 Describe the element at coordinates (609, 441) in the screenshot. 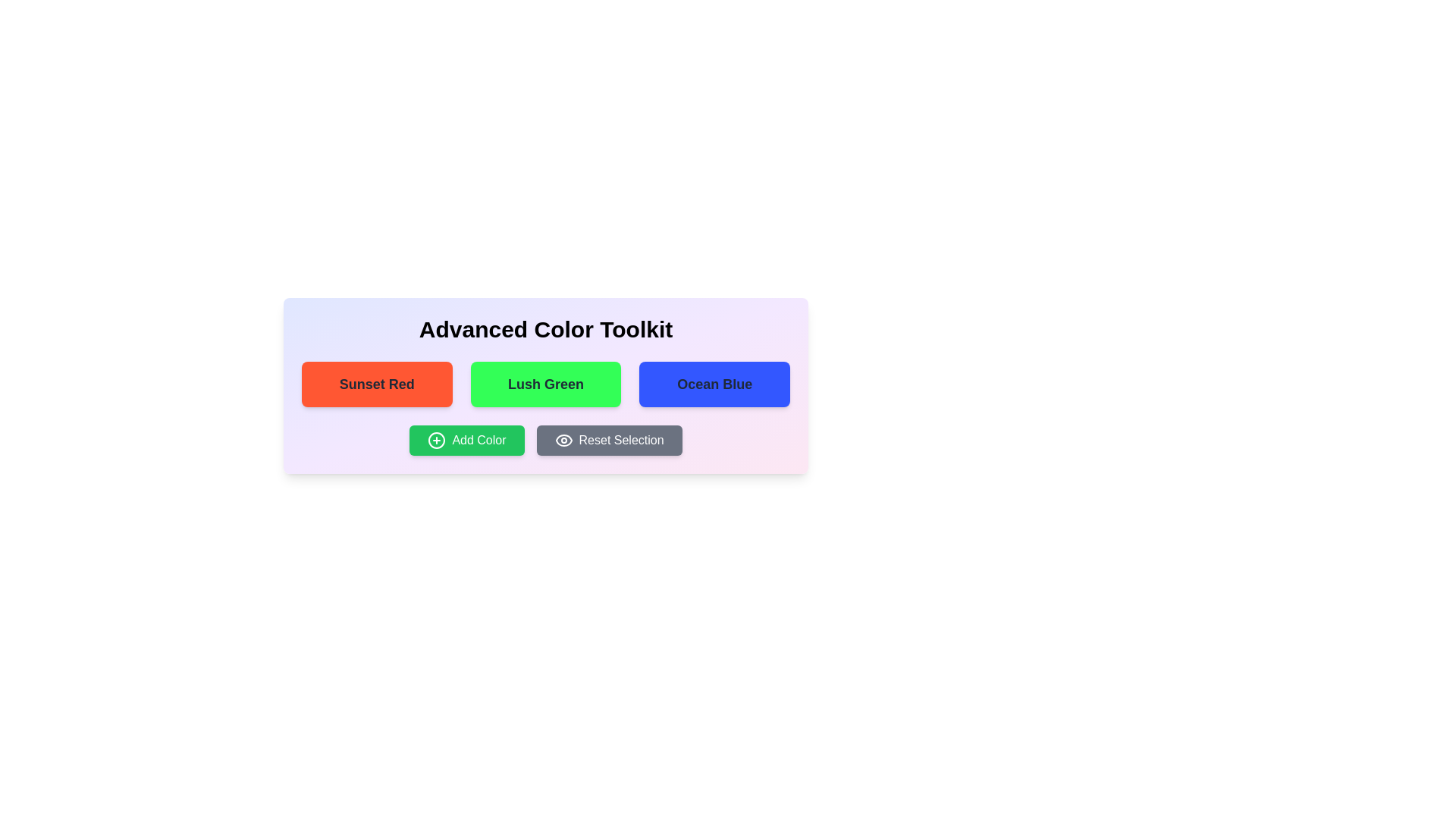

I see `the 'Reset Selection' button, which is a gray rectangular button with rounded corners and white text, located to the right of the 'Add Color' button` at that location.